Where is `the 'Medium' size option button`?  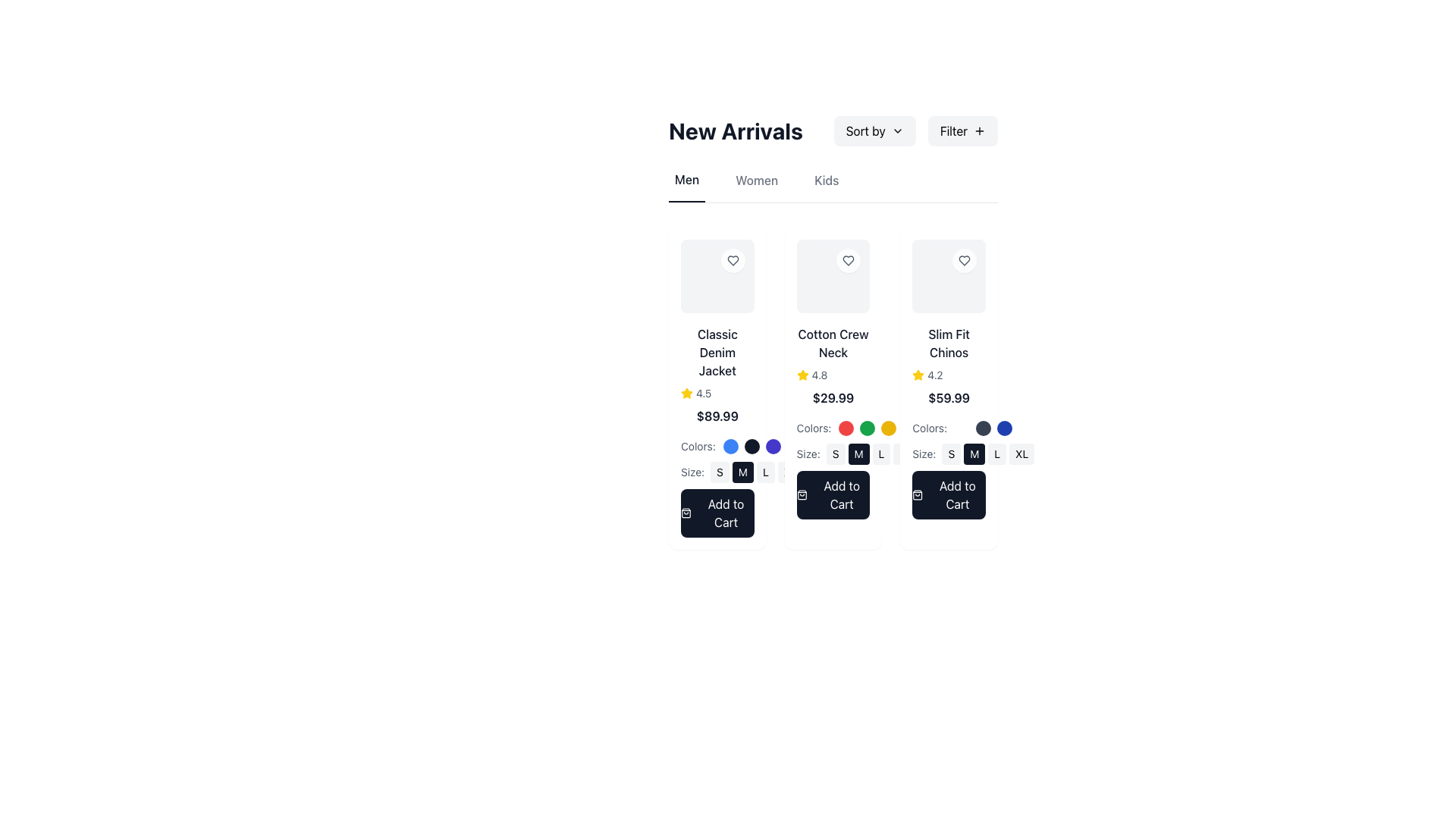
the 'Medium' size option button is located at coordinates (742, 471).